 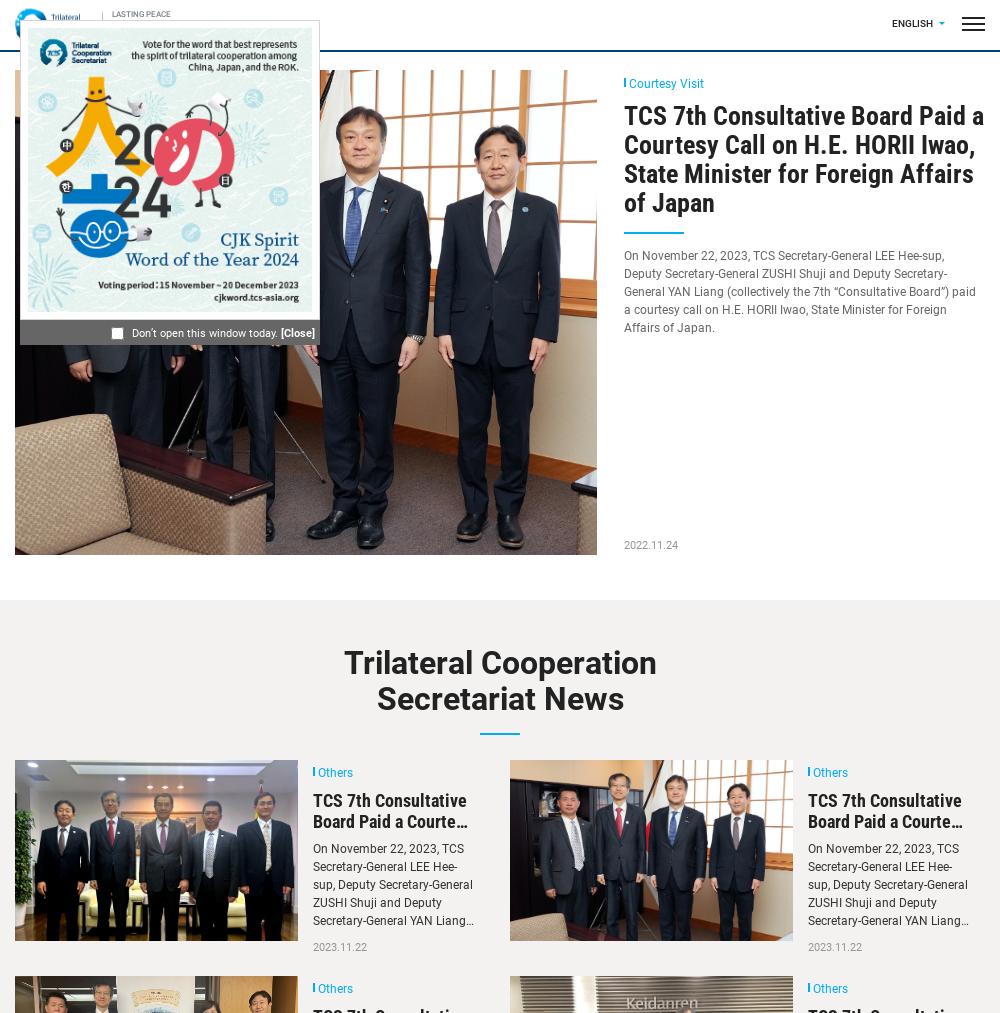 What do you see at coordinates (800, 291) in the screenshot?
I see `'On November 22, 2023, TCS Secretary-General LEE Hee-sup, Deputy Secretary-General ZUSHI Shuji and Deputy Secretary-General YAN Liang (collectively the 7th “Consultative Board”) paid a courtesy call on H.E. HORII Iwao, State Minister for Foreign Affairs of Japan.'` at bounding box center [800, 291].